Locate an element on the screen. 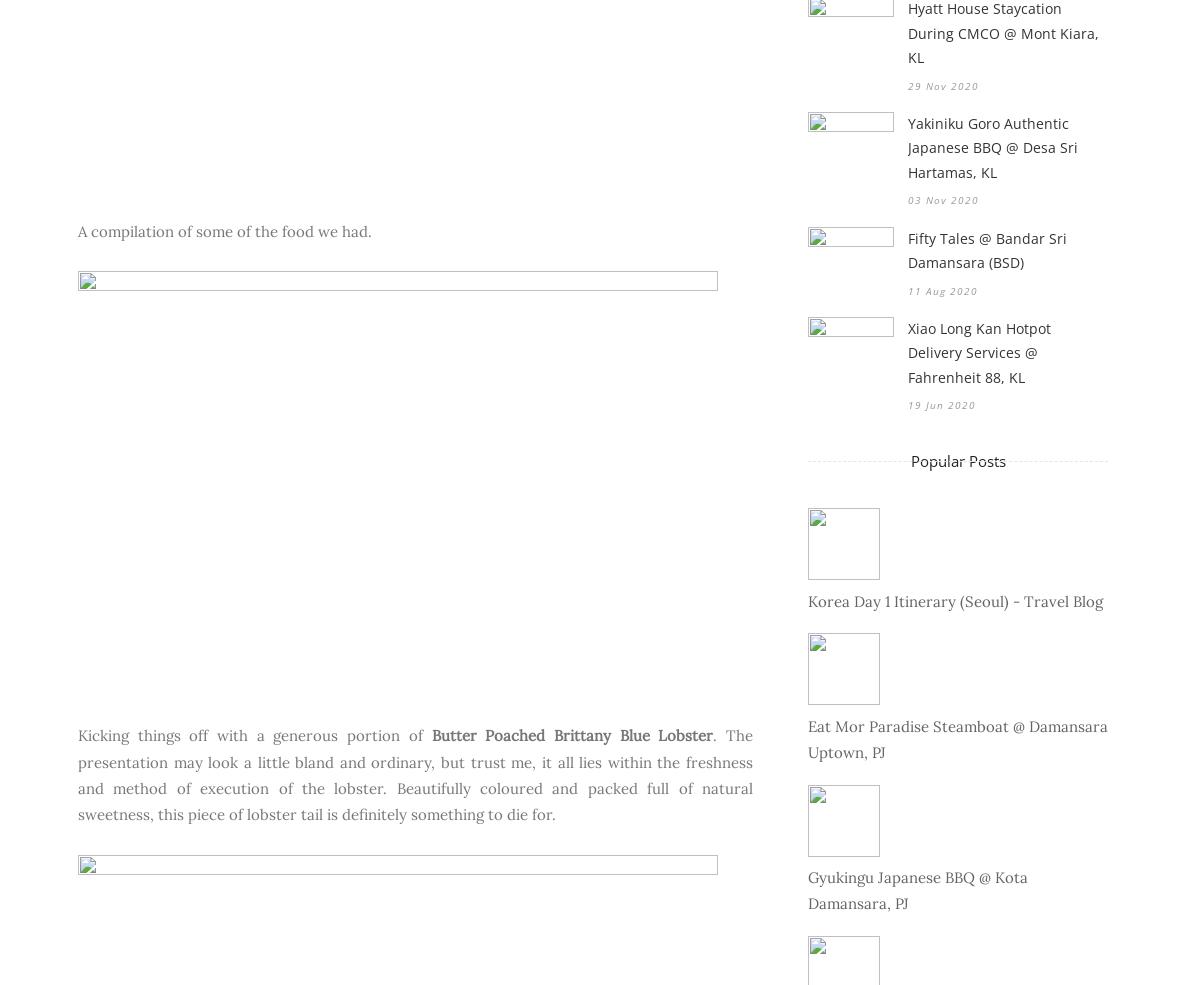  'A compilation of some of the food we had.' is located at coordinates (227, 229).